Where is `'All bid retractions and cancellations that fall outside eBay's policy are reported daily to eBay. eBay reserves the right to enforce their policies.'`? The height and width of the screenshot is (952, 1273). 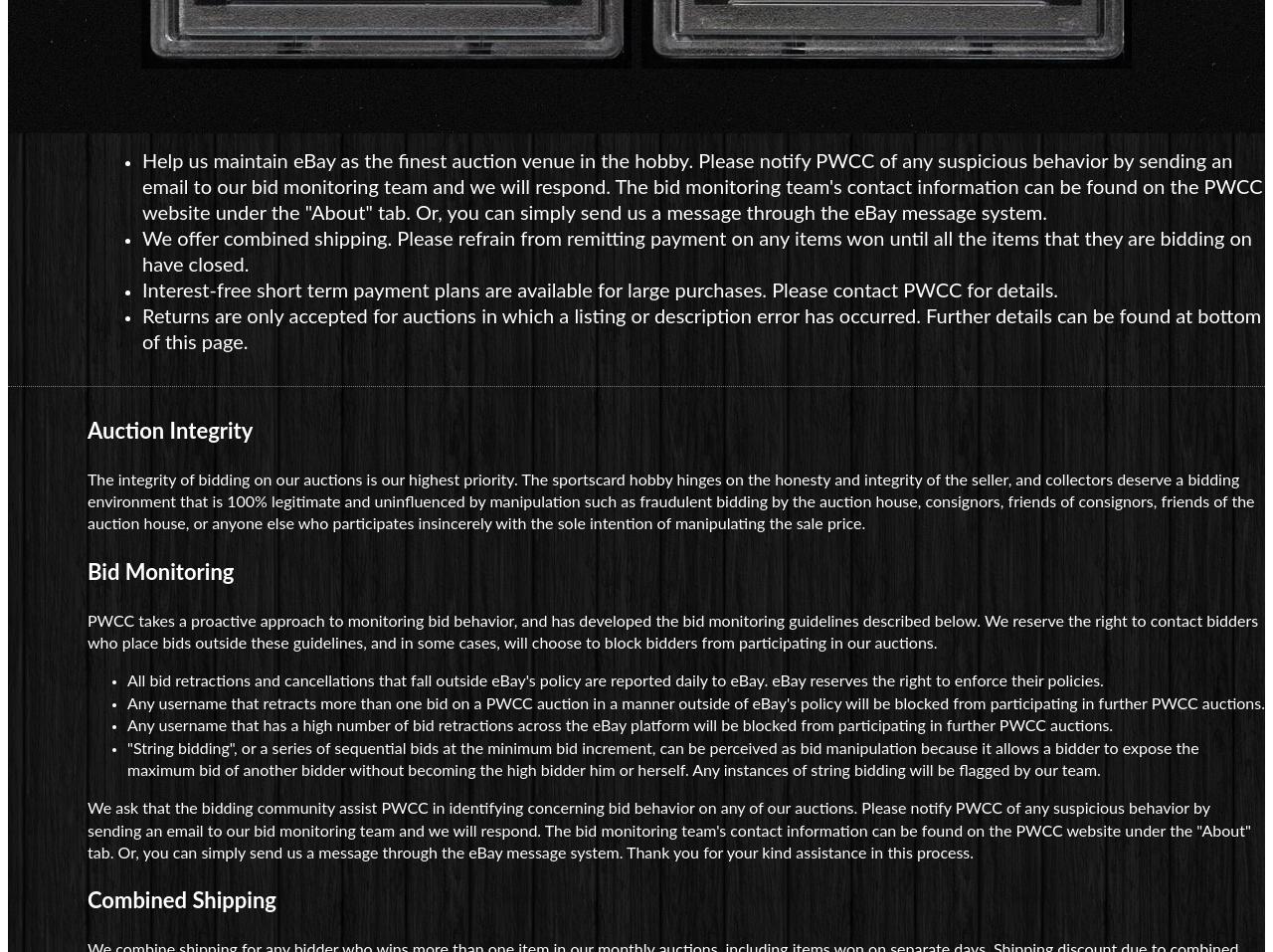 'All bid retractions and cancellations that fall outside eBay's policy are reported daily to eBay. eBay reserves the right to enforce their policies.' is located at coordinates (614, 681).